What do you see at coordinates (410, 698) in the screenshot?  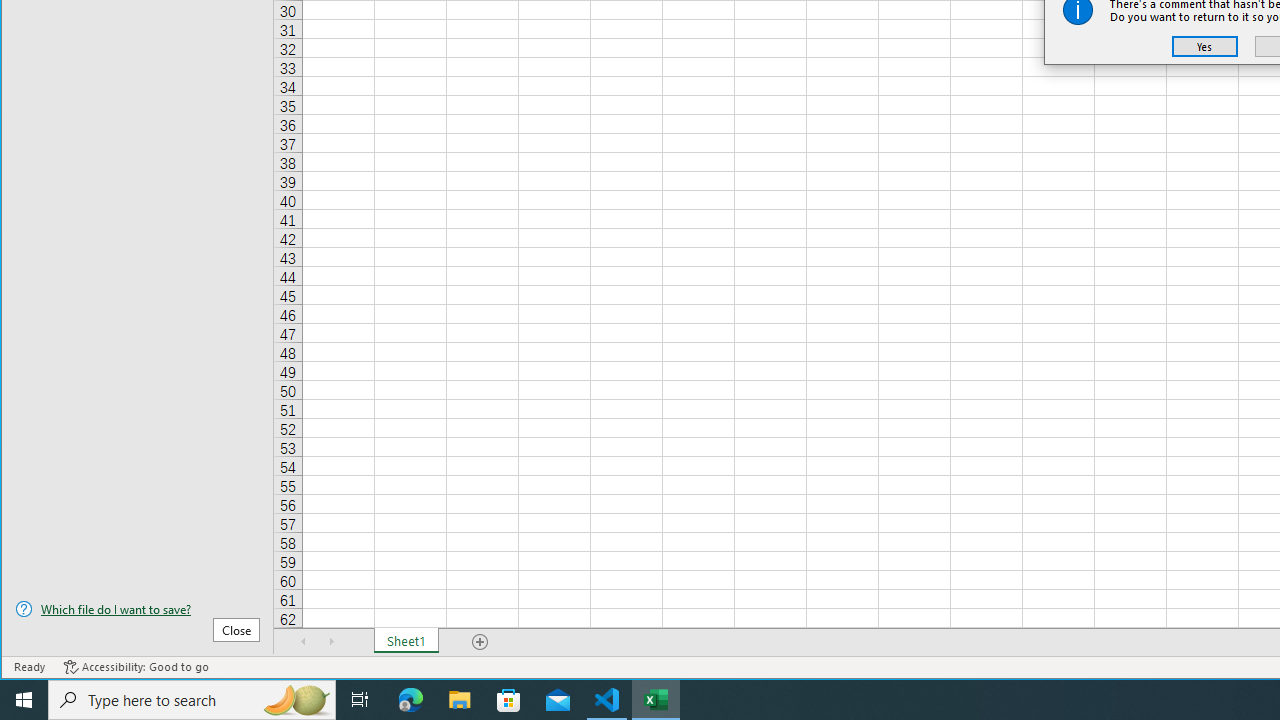 I see `'Microsoft Edge'` at bounding box center [410, 698].